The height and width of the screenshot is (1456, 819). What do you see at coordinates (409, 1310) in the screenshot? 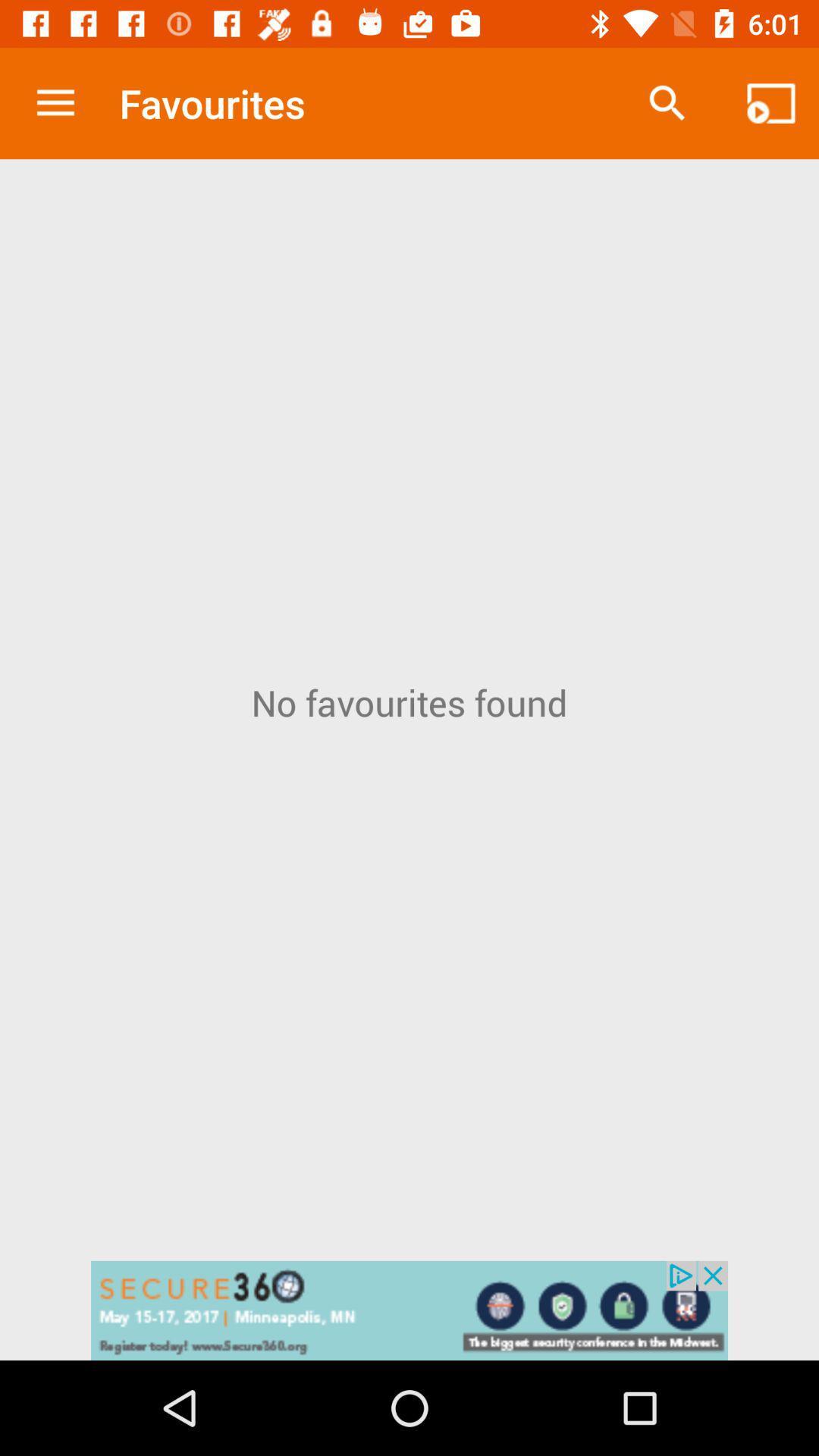
I see `advertisement area` at bounding box center [409, 1310].